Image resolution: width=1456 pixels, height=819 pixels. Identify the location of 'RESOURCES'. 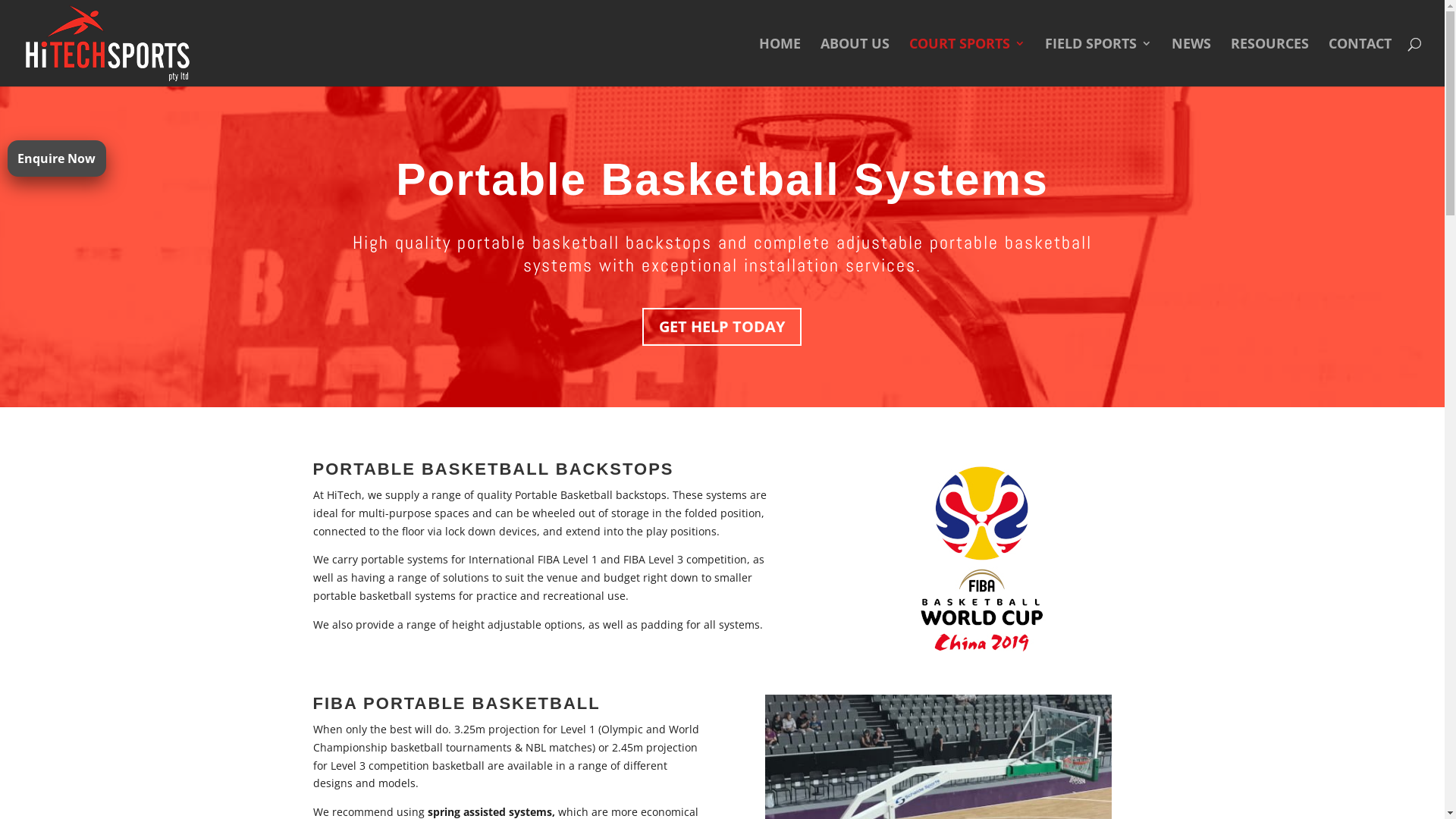
(1269, 61).